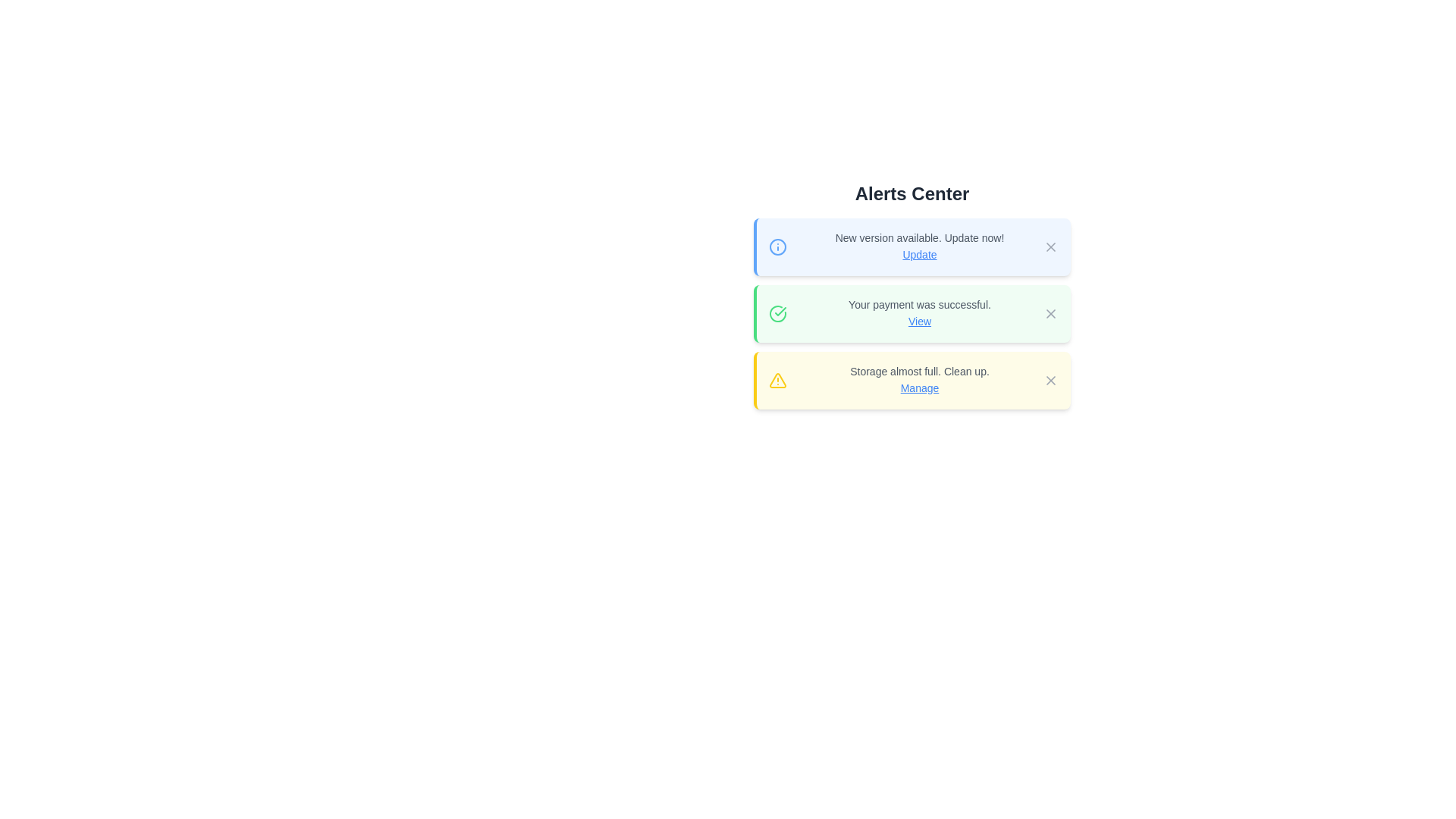  Describe the element at coordinates (1050, 379) in the screenshot. I see `the close button located at the top-right corner of the yellow alert message box labeled 'Storage almost full. Clean up. Manage.'` at that location.